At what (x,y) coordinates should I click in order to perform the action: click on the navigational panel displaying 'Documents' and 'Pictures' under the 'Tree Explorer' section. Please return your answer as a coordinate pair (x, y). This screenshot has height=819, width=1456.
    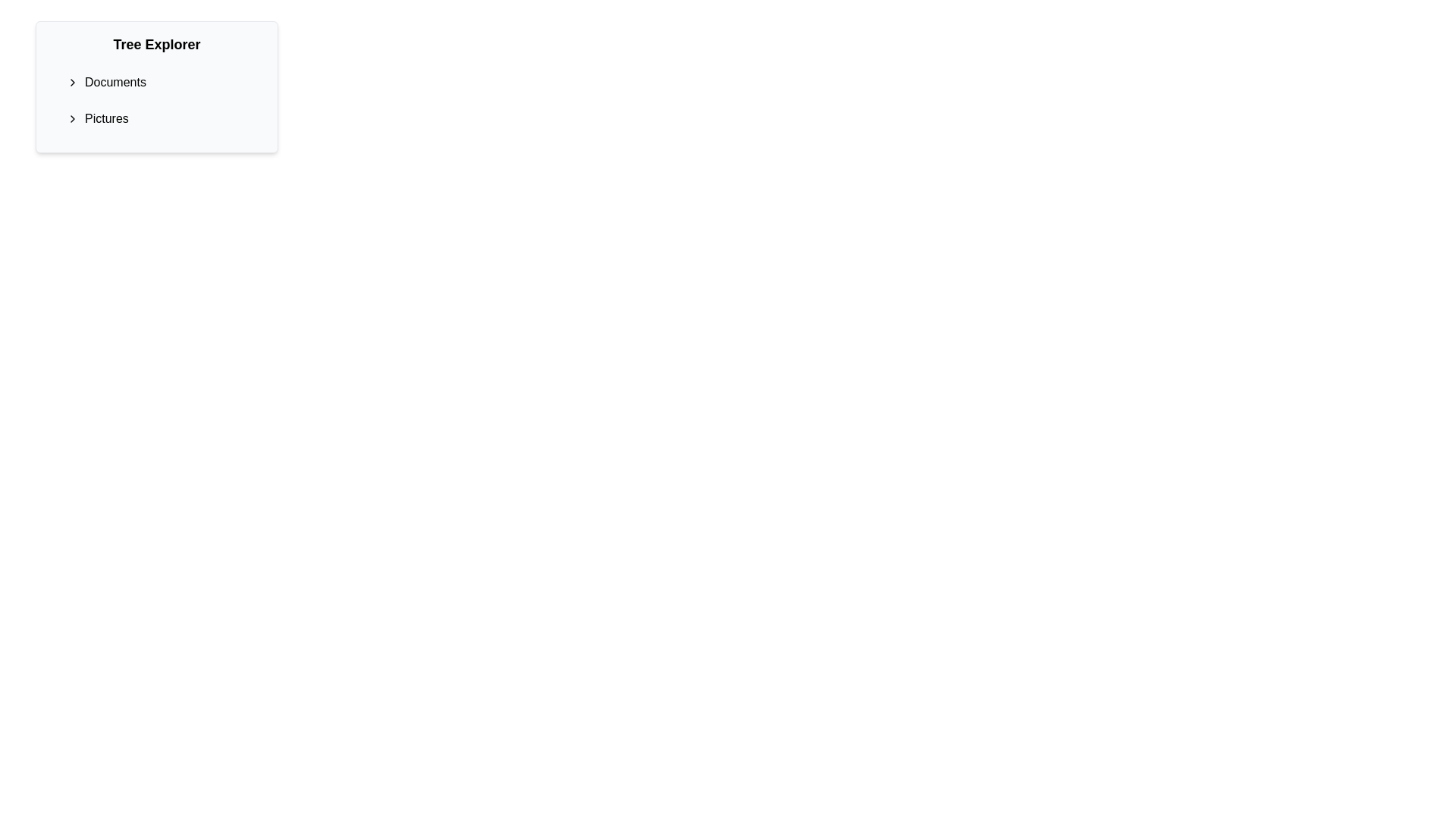
    Looking at the image, I should click on (156, 87).